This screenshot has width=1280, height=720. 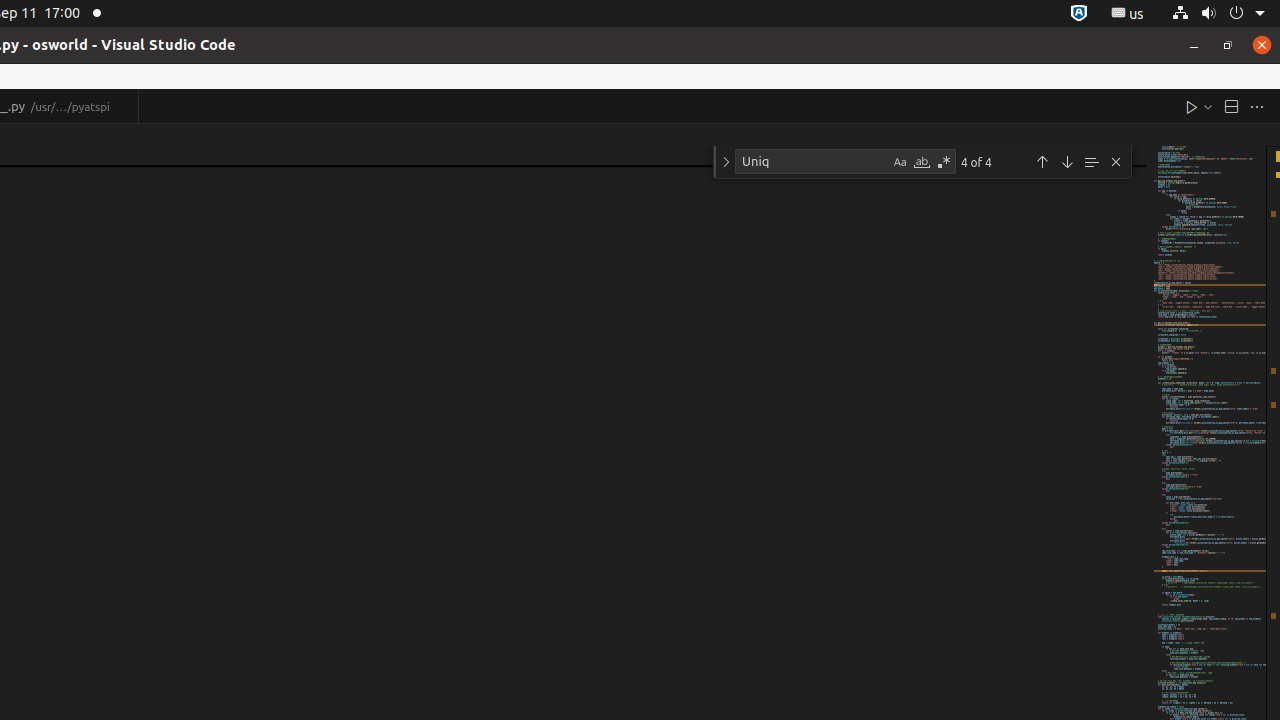 What do you see at coordinates (920, 161) in the screenshot?
I see `'Match Whole Word (Alt+W)'` at bounding box center [920, 161].